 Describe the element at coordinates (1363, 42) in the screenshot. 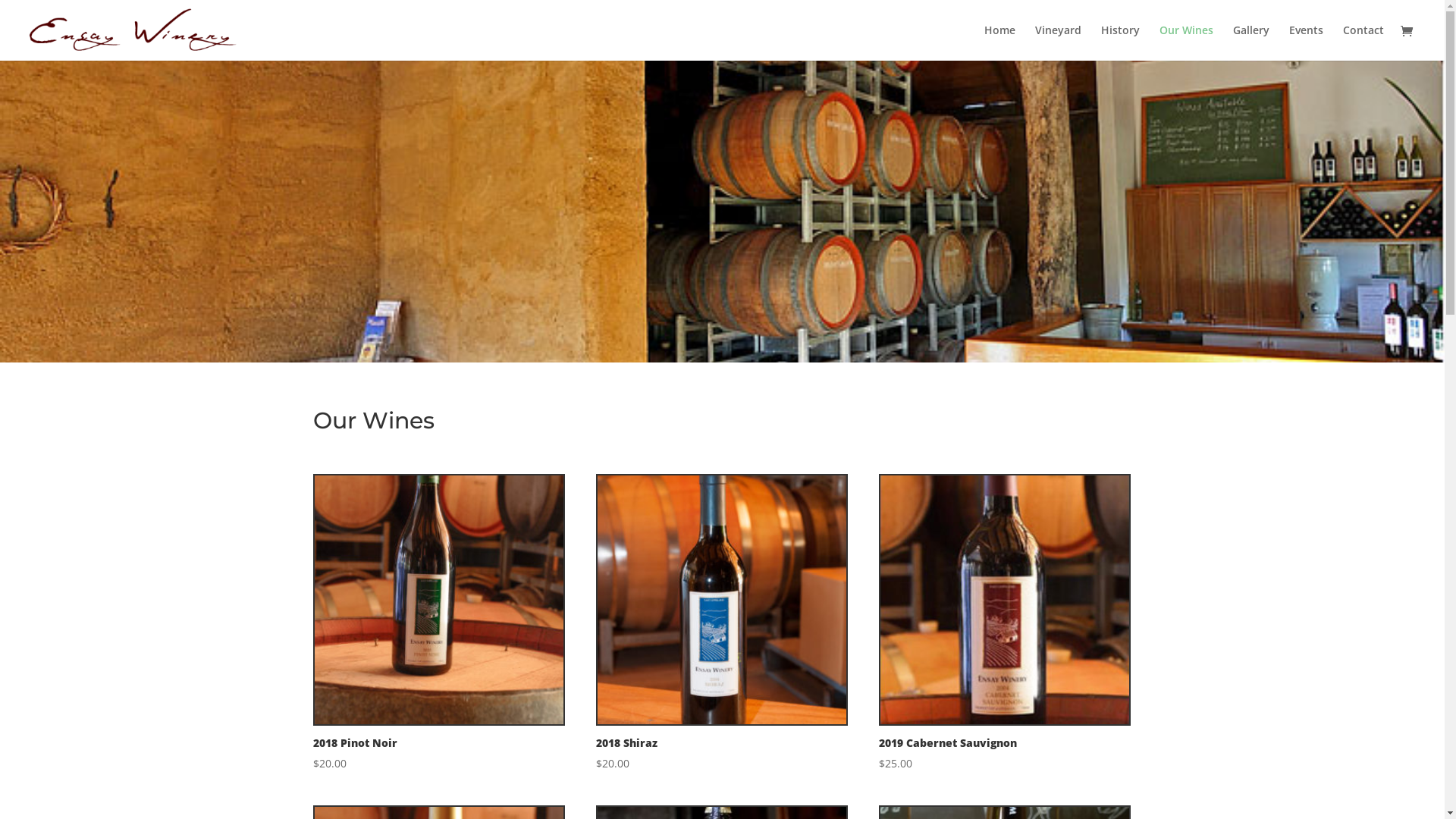

I see `'Contact'` at that location.